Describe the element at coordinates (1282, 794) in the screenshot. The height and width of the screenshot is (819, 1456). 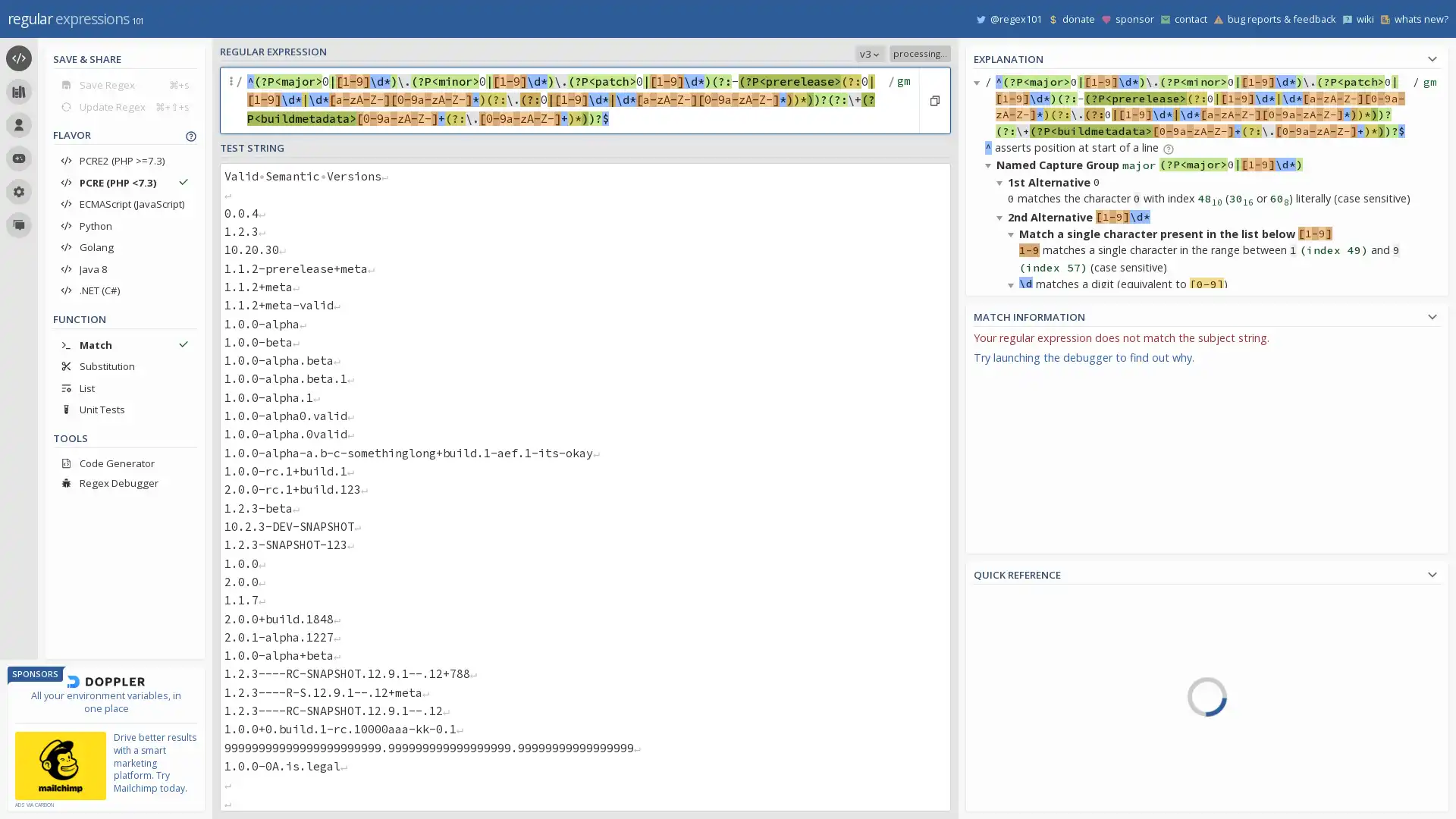
I see `Any digit \d` at that location.